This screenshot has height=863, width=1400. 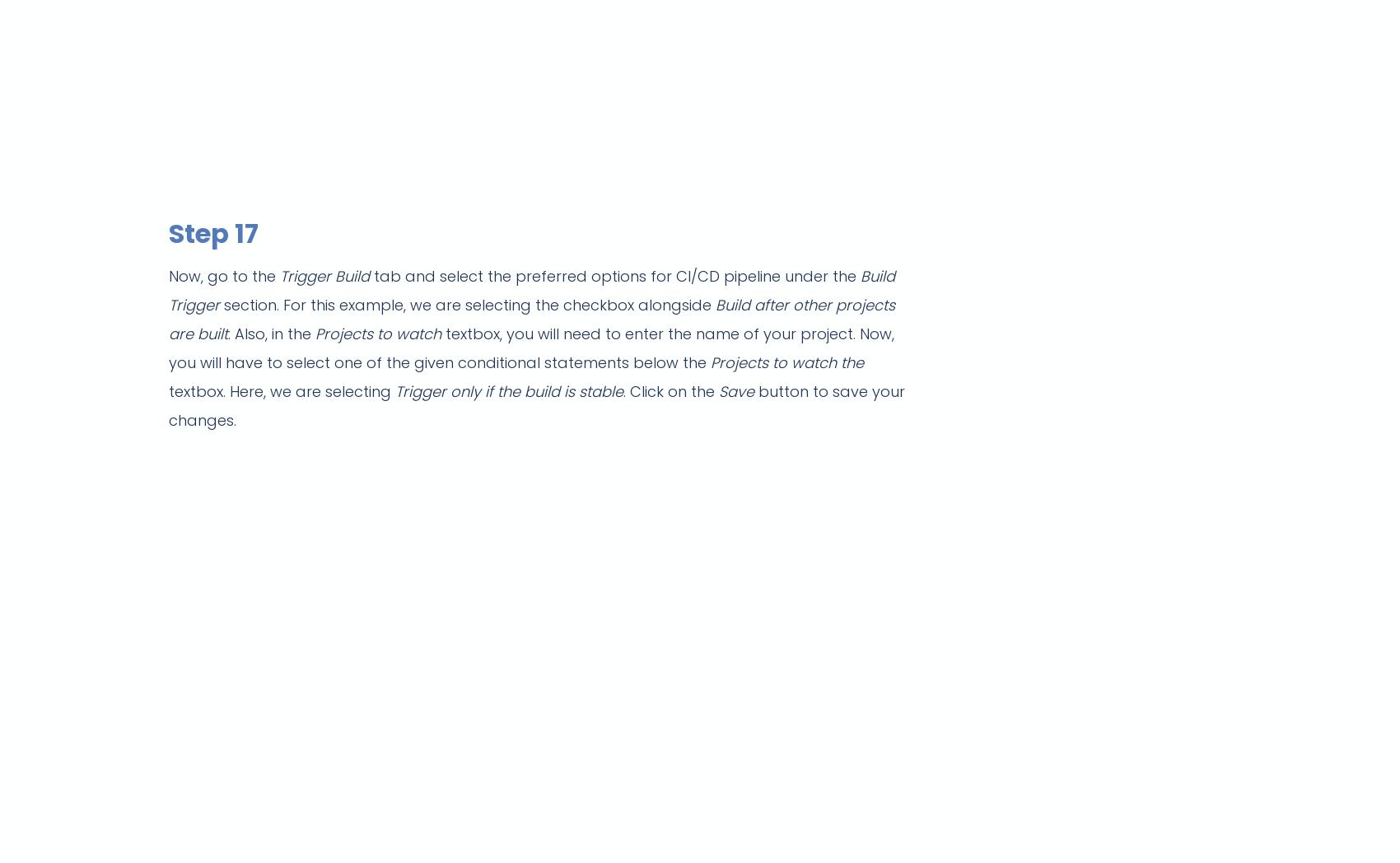 I want to click on 'Projects to watch the', so click(x=787, y=362).